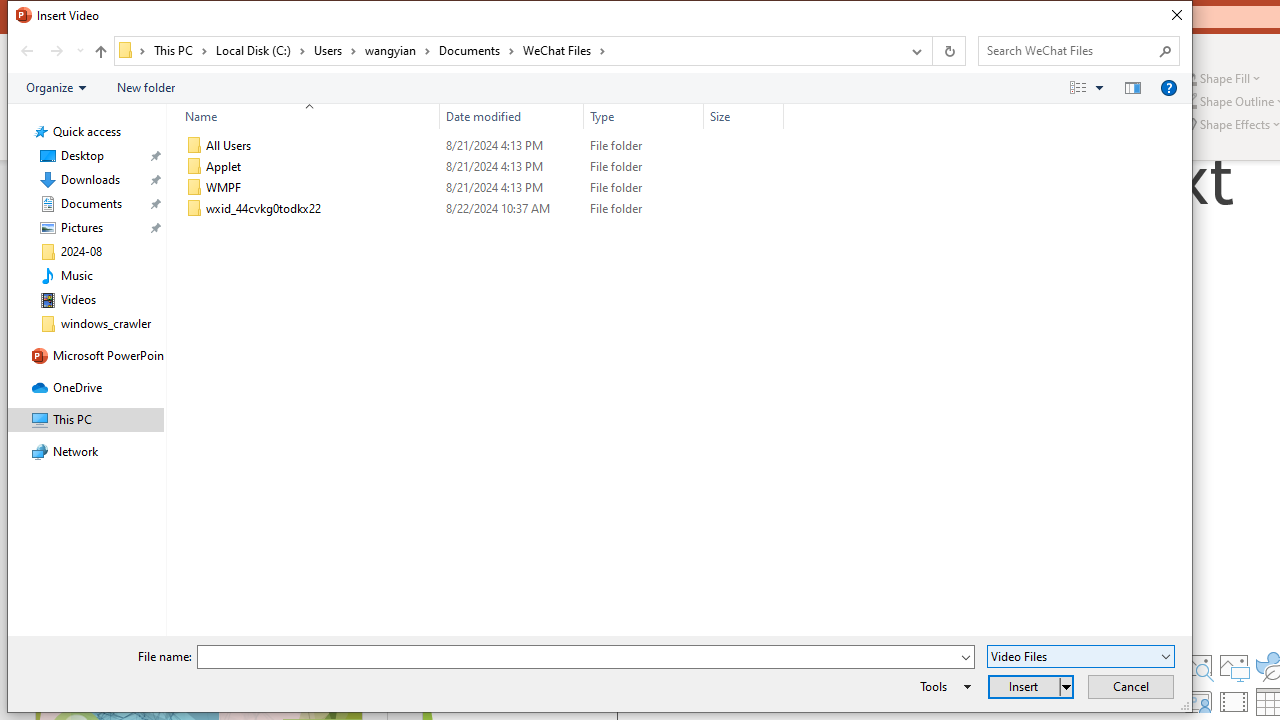 The image size is (1280, 720). Describe the element at coordinates (941, 685) in the screenshot. I see `'Tools'` at that location.